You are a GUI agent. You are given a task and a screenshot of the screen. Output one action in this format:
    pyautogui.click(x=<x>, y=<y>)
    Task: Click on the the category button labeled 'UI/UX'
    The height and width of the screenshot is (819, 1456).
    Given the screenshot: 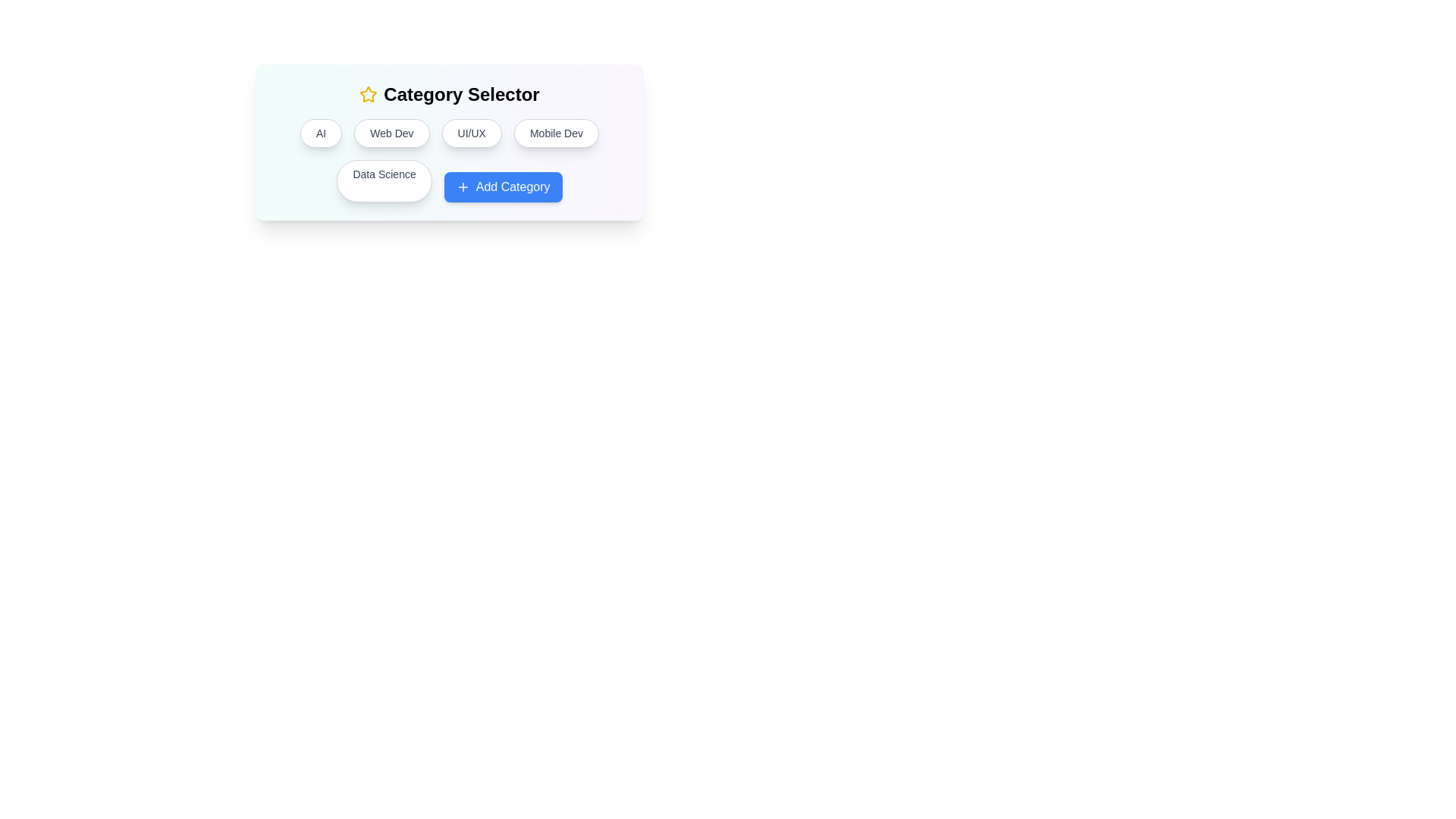 What is the action you would take?
    pyautogui.click(x=471, y=133)
    